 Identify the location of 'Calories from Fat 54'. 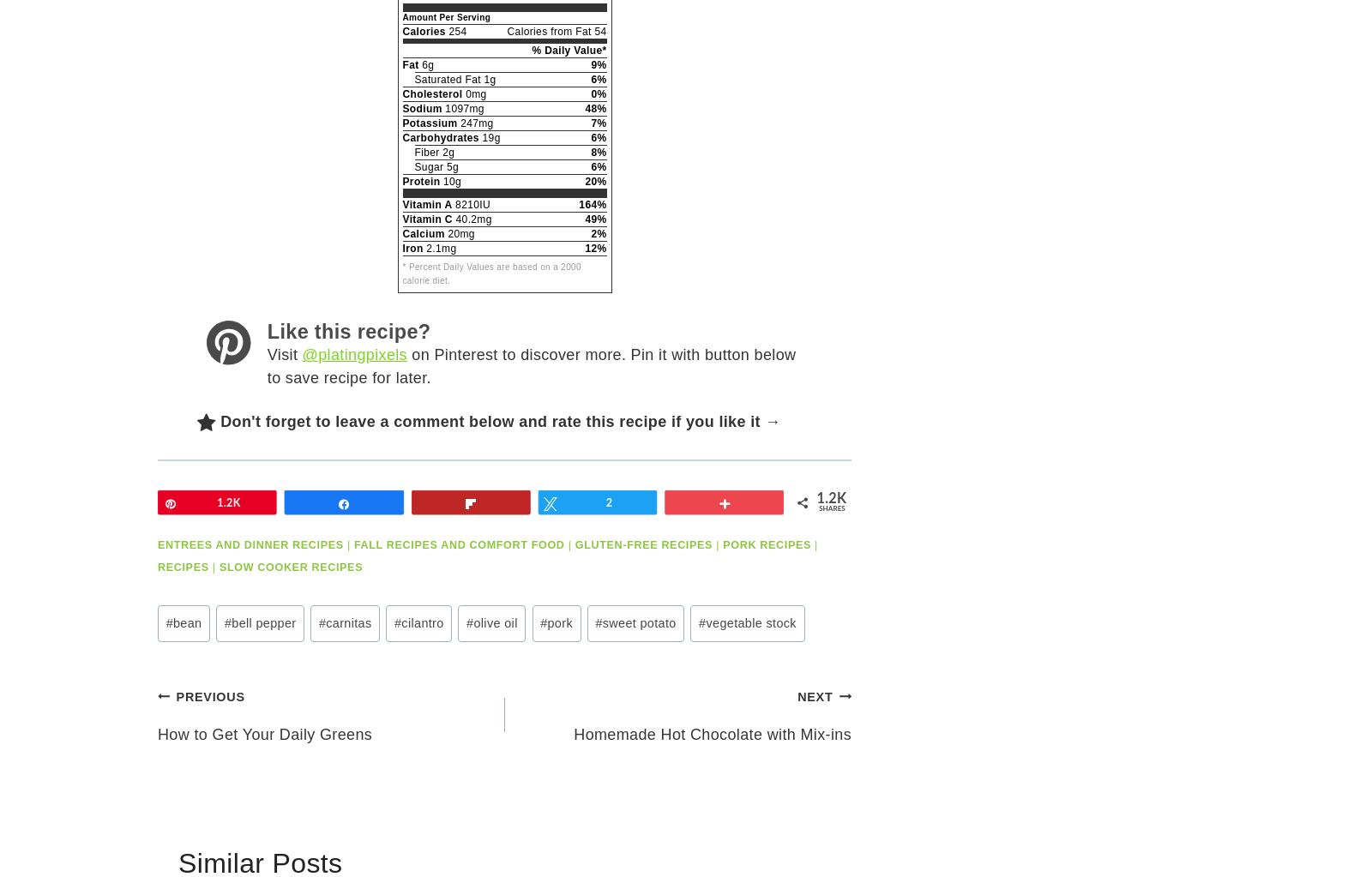
(556, 32).